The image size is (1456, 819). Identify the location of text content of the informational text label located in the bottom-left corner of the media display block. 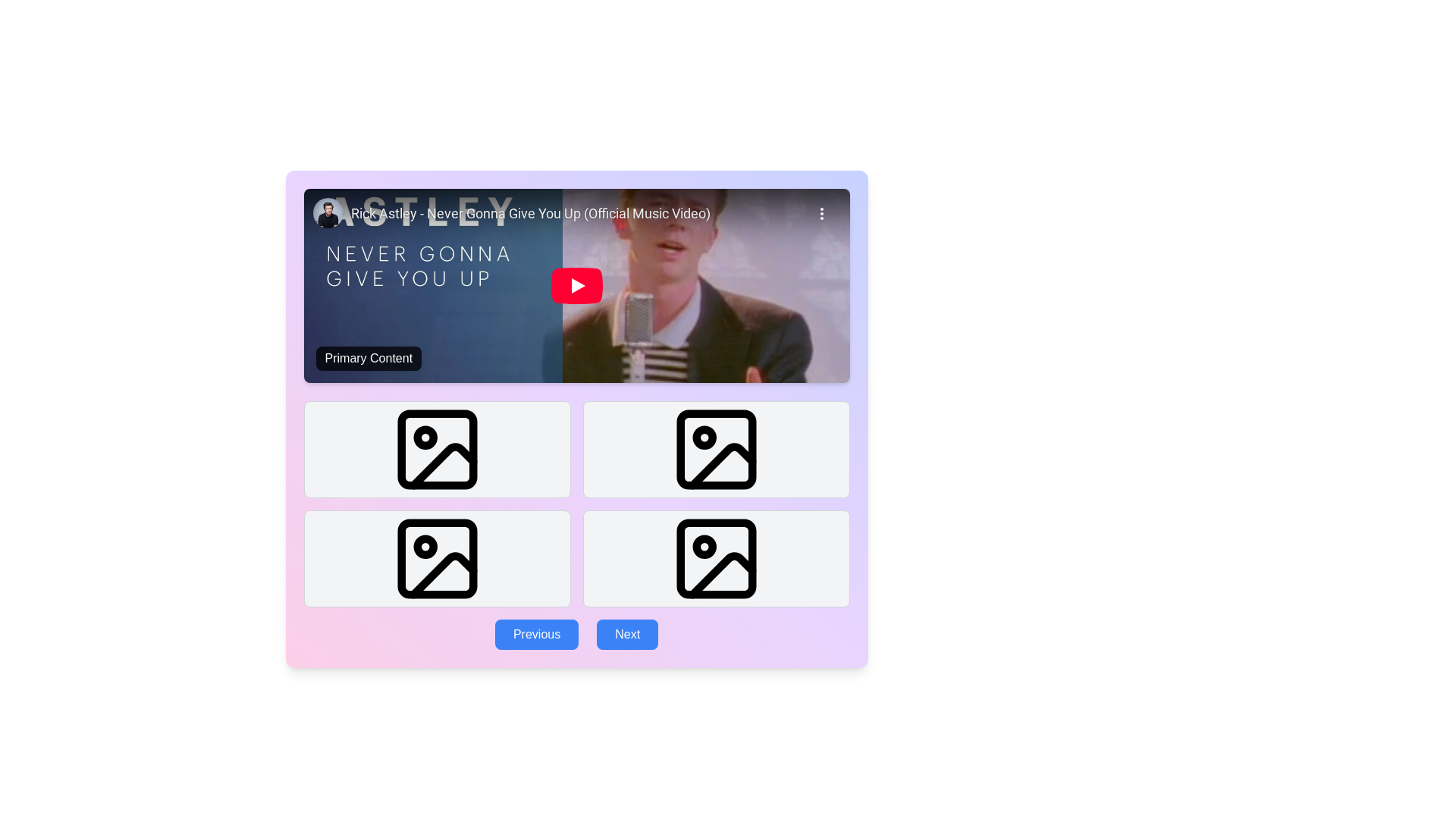
(369, 359).